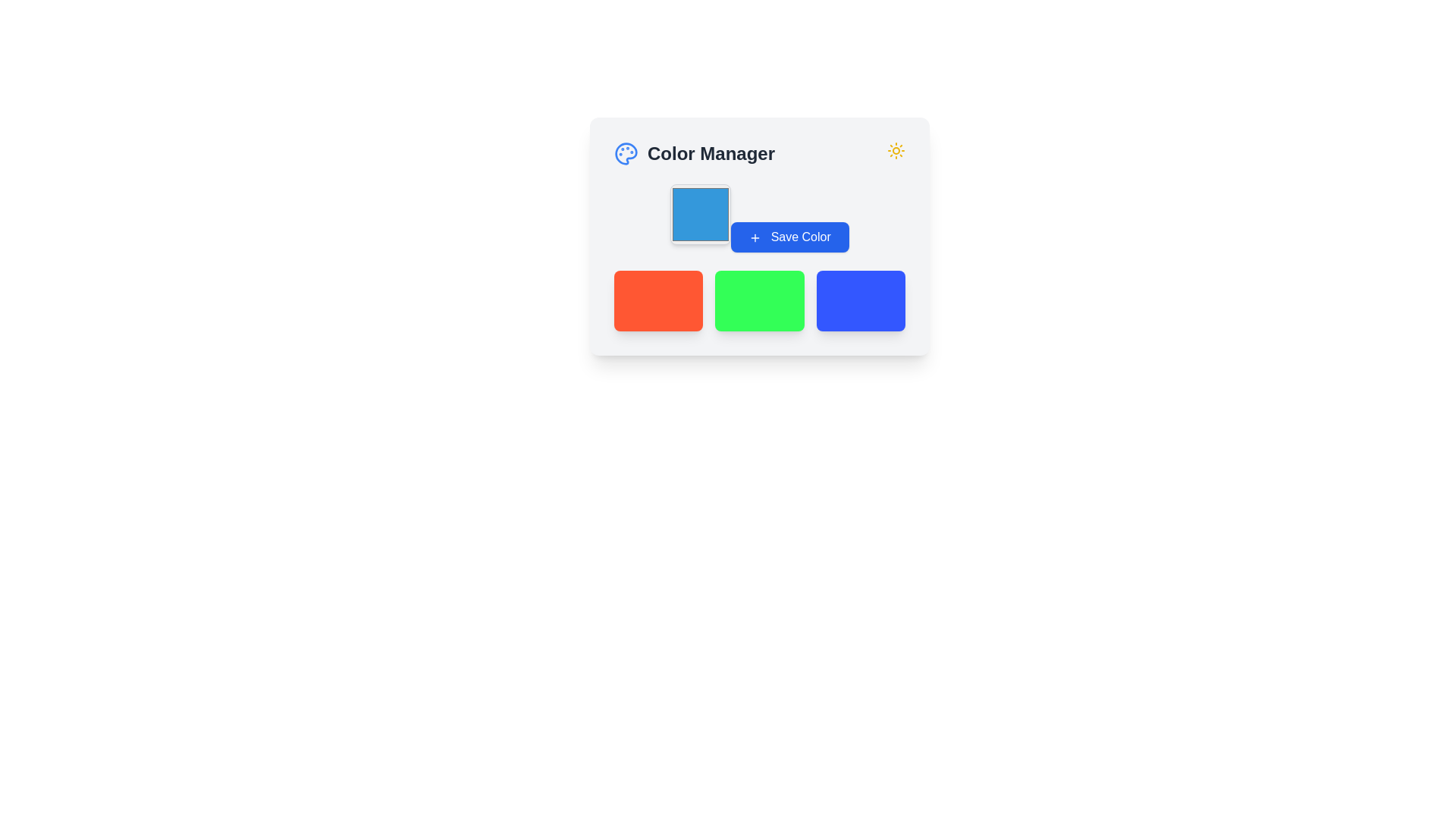 This screenshot has width=1456, height=819. Describe the element at coordinates (789, 237) in the screenshot. I see `the 'Save Color' button with a blue background and white text, located in the 'Color Manager' card` at that location.